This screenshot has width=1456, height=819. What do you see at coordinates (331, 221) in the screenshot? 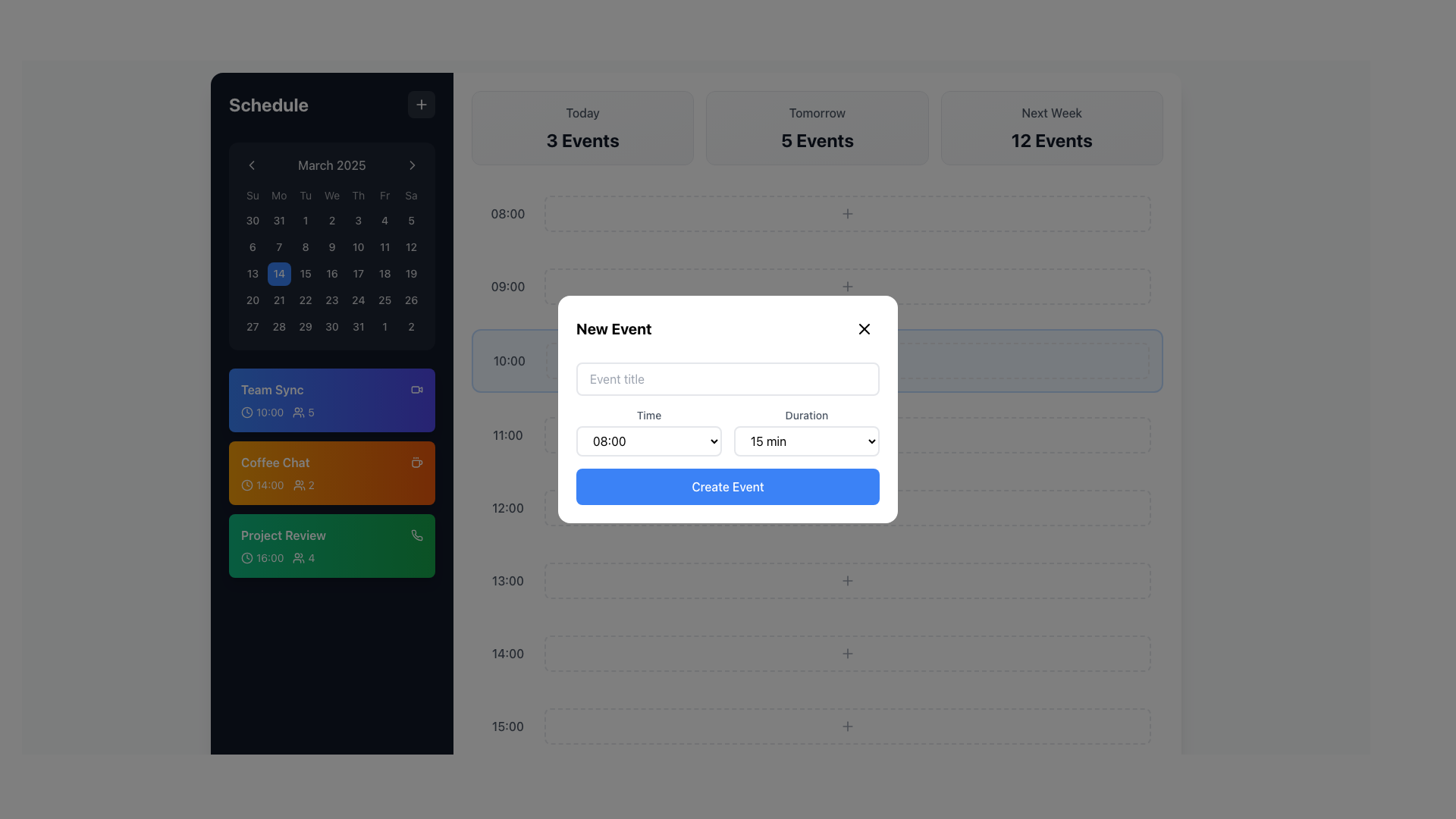
I see `the button representing March 2nd, 2025, in the calendar` at bounding box center [331, 221].